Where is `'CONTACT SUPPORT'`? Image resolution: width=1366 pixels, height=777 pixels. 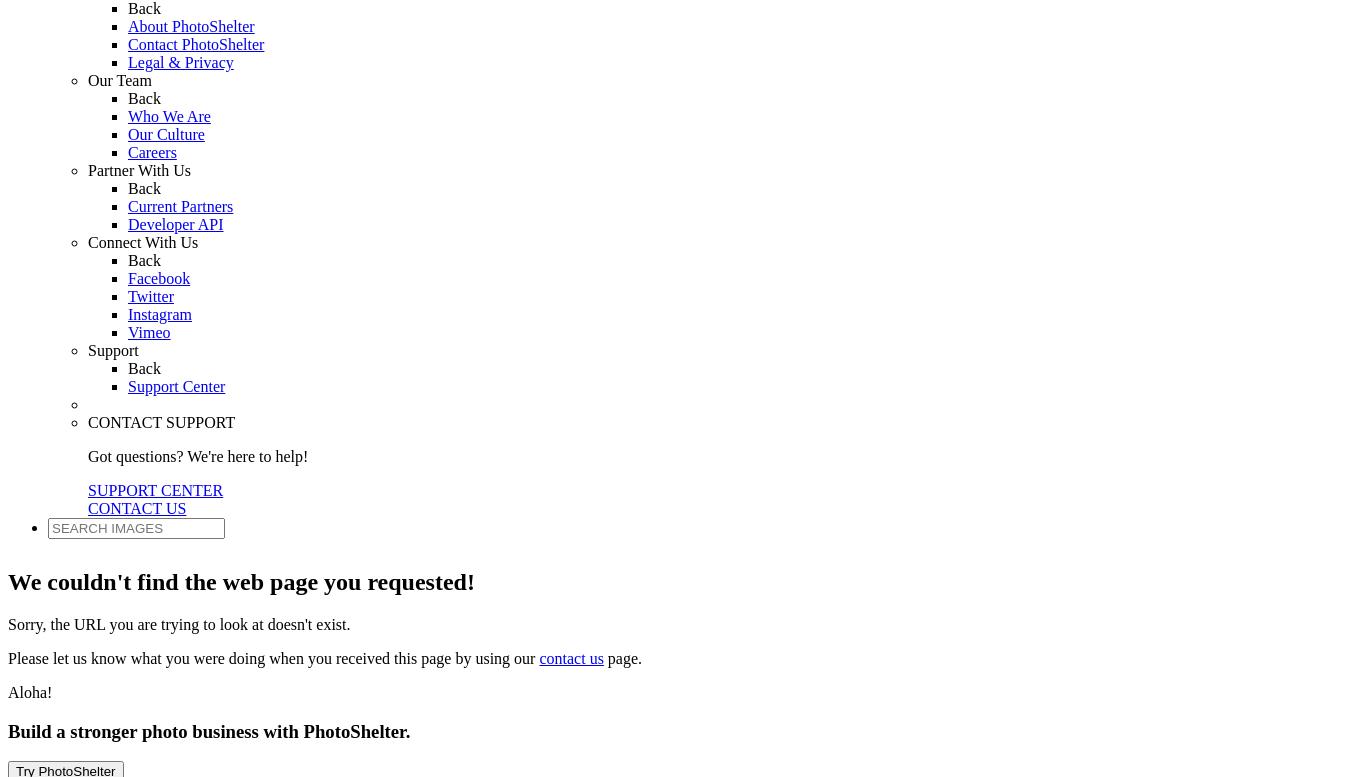
'CONTACT SUPPORT' is located at coordinates (160, 420).